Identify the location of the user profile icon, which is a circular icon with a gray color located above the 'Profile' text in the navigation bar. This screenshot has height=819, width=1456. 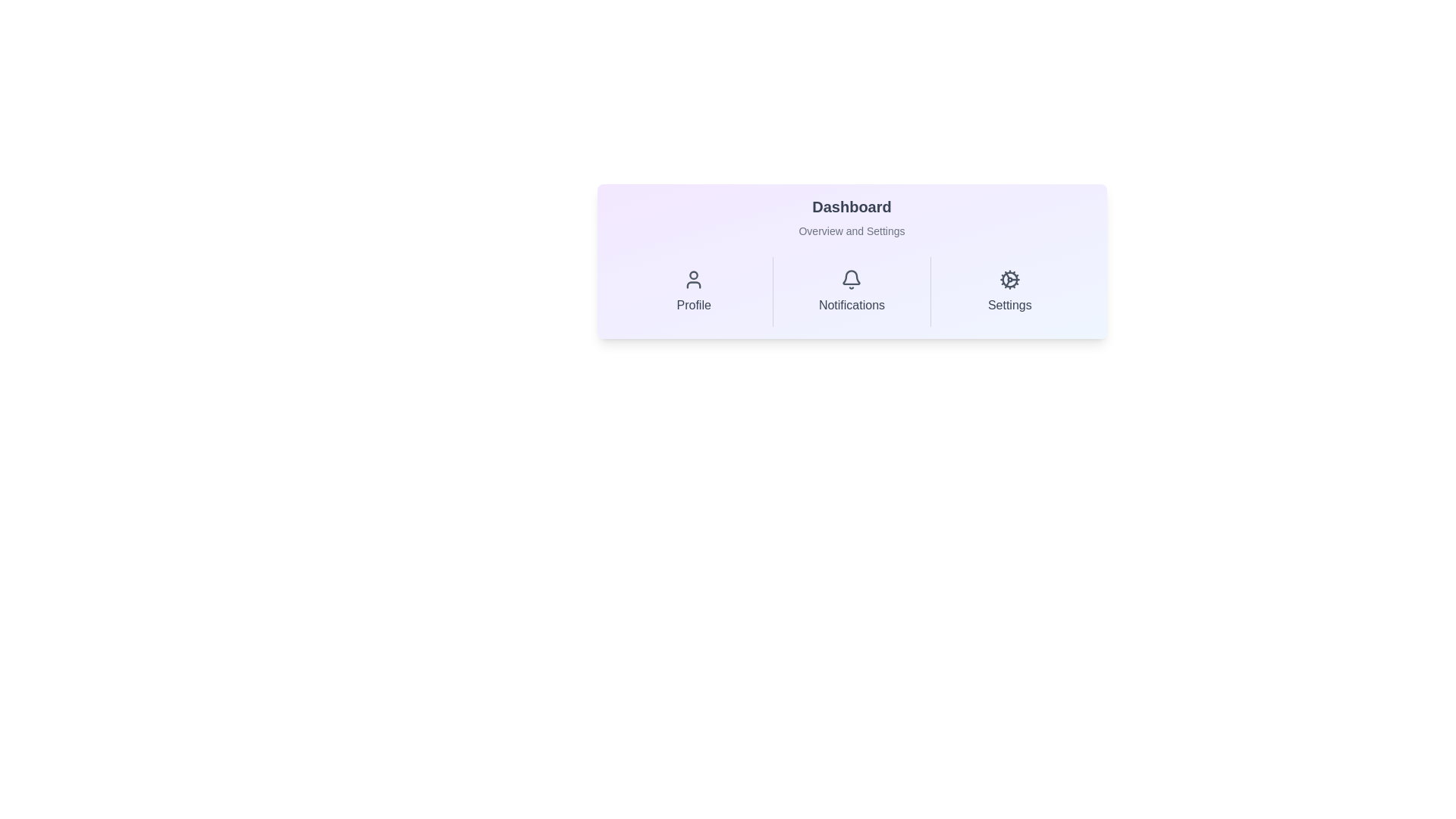
(693, 280).